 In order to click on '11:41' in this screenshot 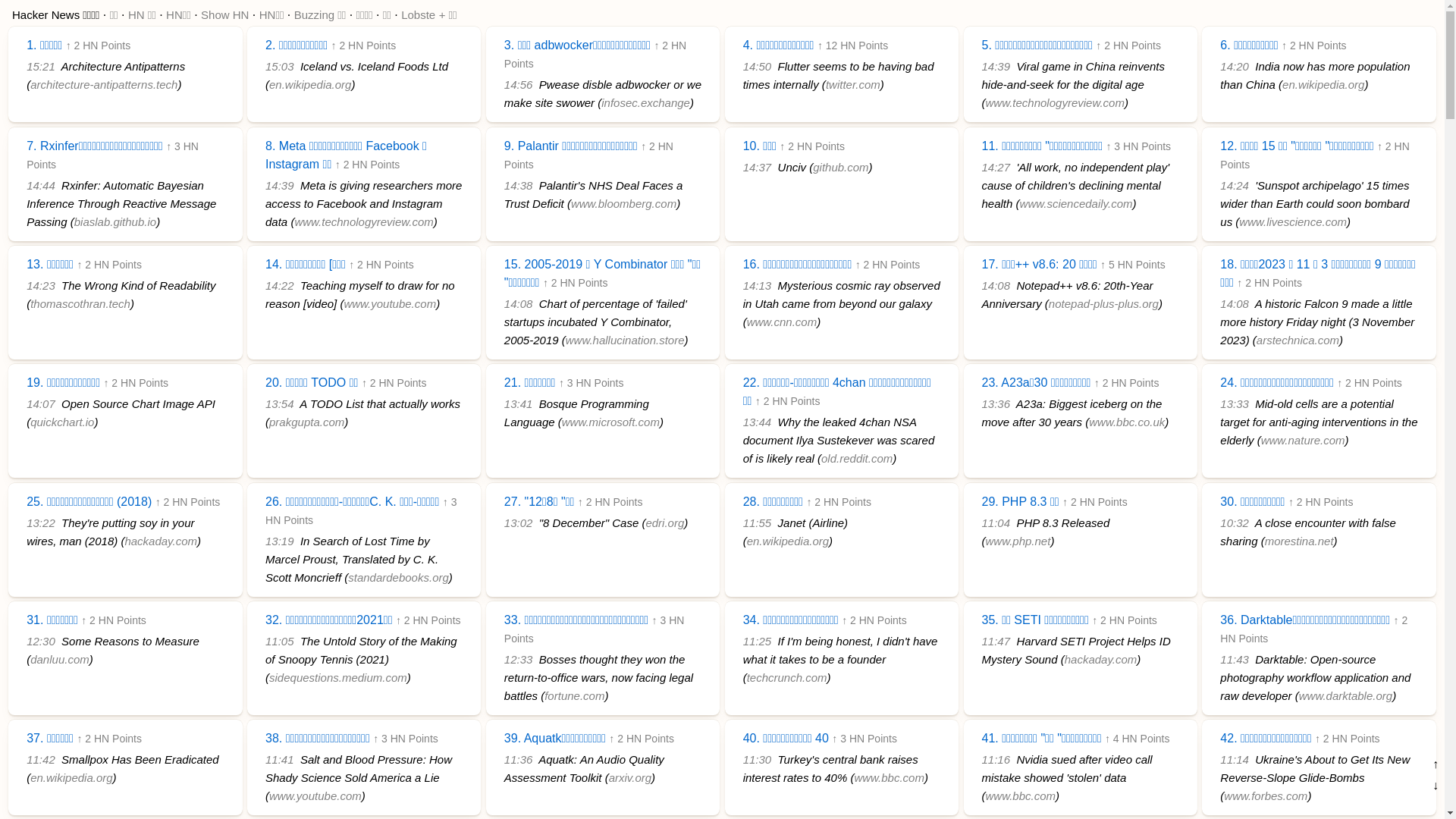, I will do `click(280, 759)`.